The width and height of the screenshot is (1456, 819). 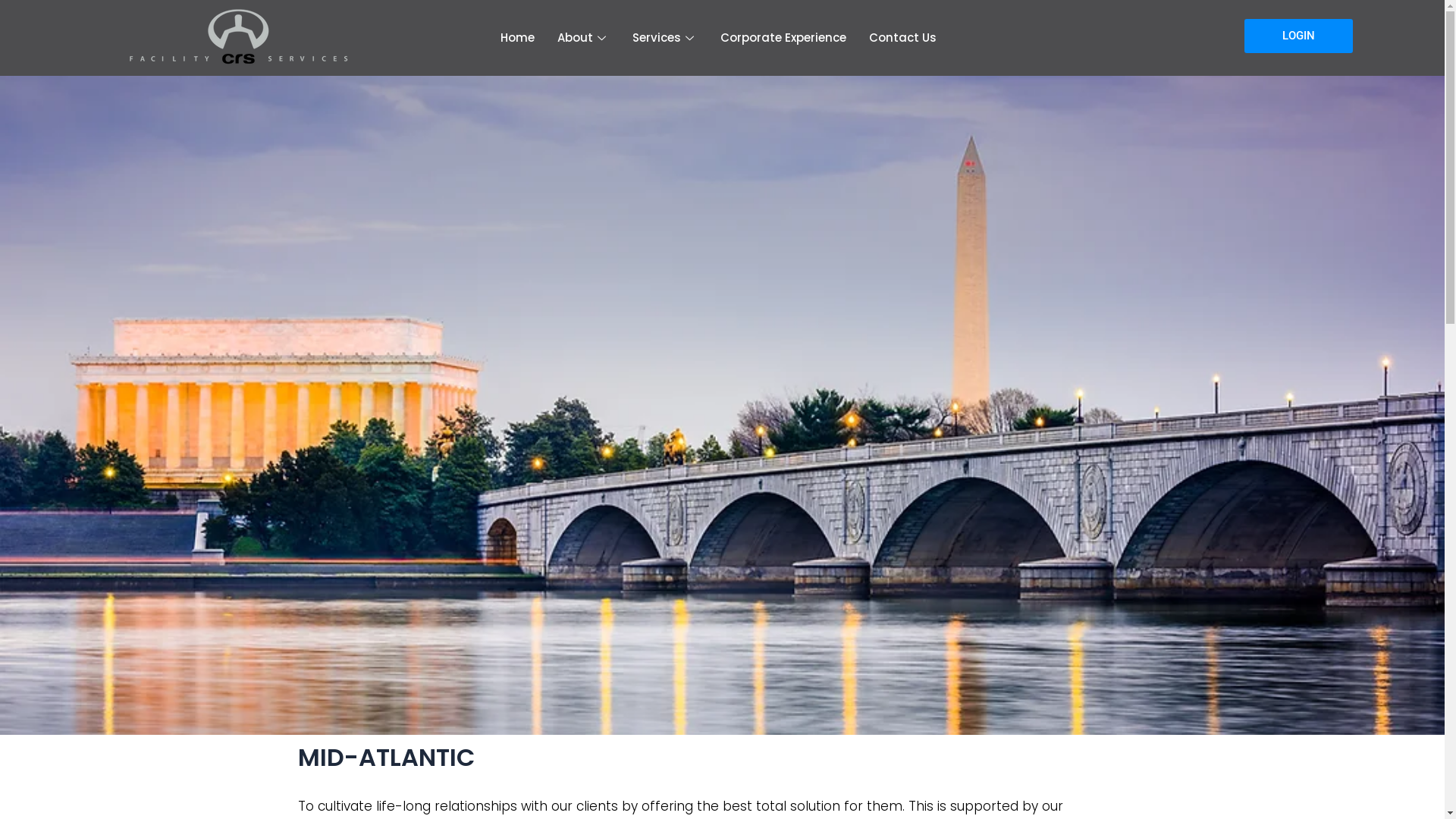 I want to click on 'LOGIN', so click(x=1244, y=35).